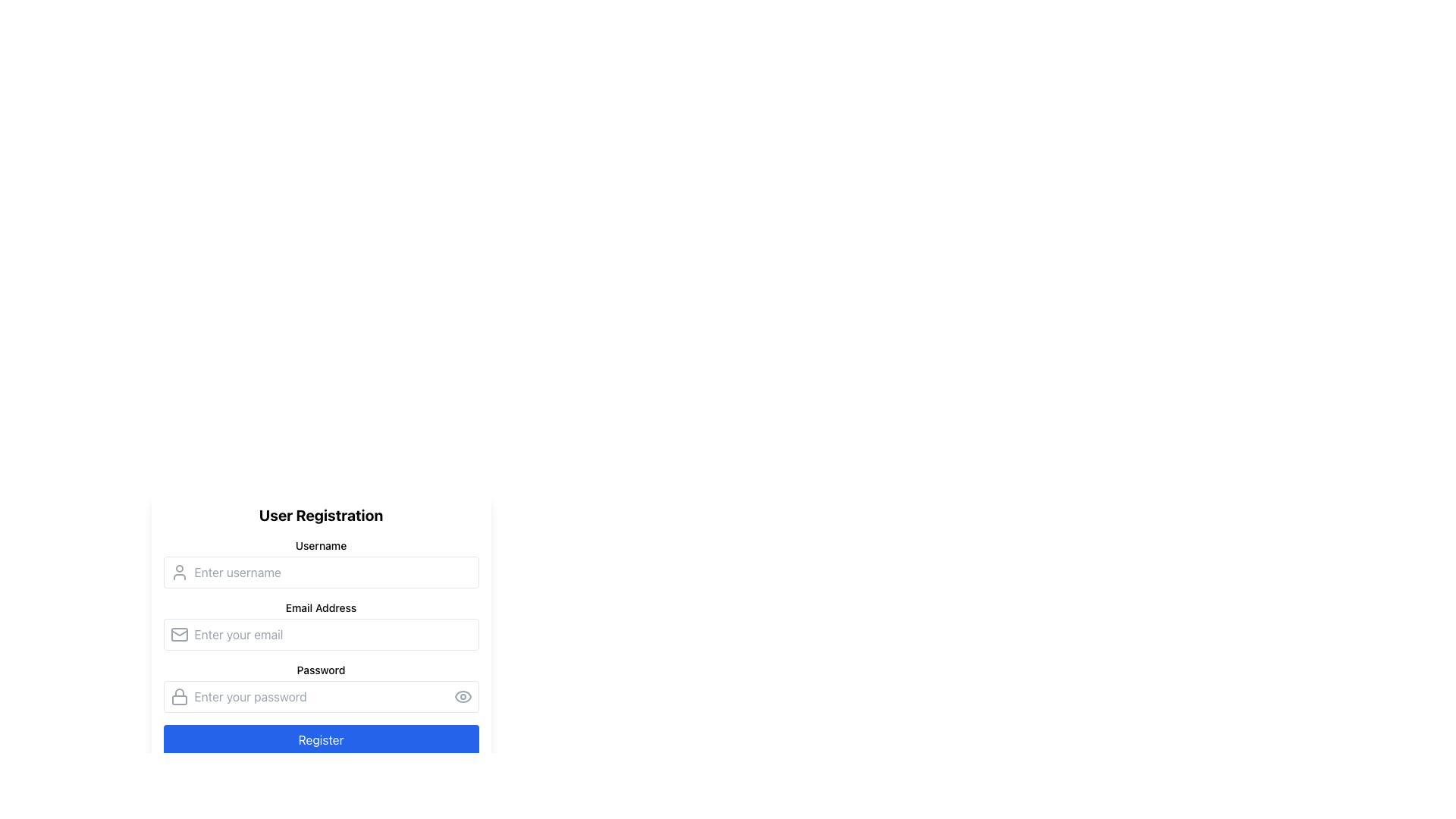 Image resolution: width=1456 pixels, height=819 pixels. Describe the element at coordinates (320, 607) in the screenshot. I see `the label element that describes the email input field, which is positioned above the email input field in the form` at that location.